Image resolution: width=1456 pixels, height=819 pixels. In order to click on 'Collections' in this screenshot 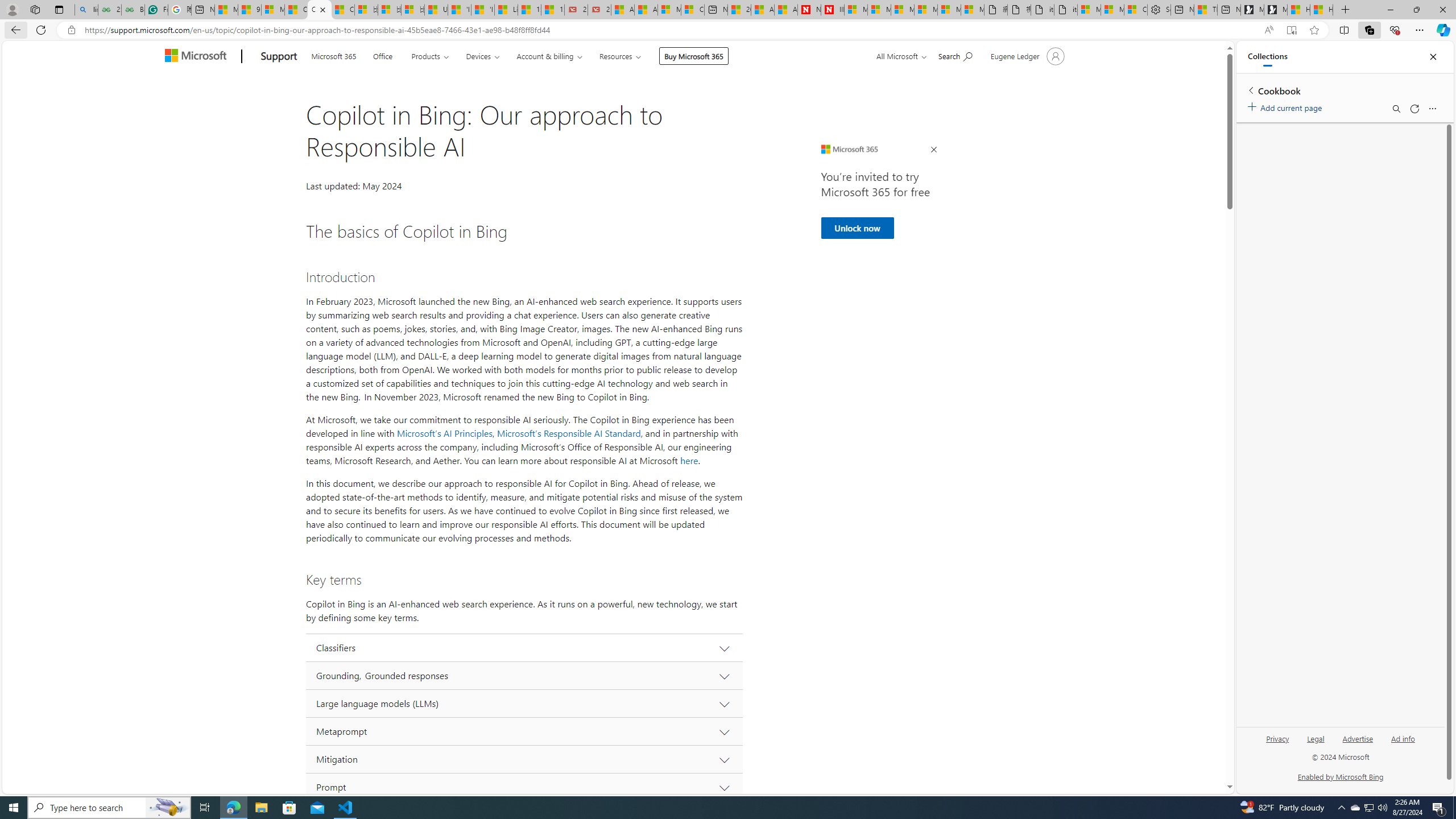, I will do `click(1368, 29)`.